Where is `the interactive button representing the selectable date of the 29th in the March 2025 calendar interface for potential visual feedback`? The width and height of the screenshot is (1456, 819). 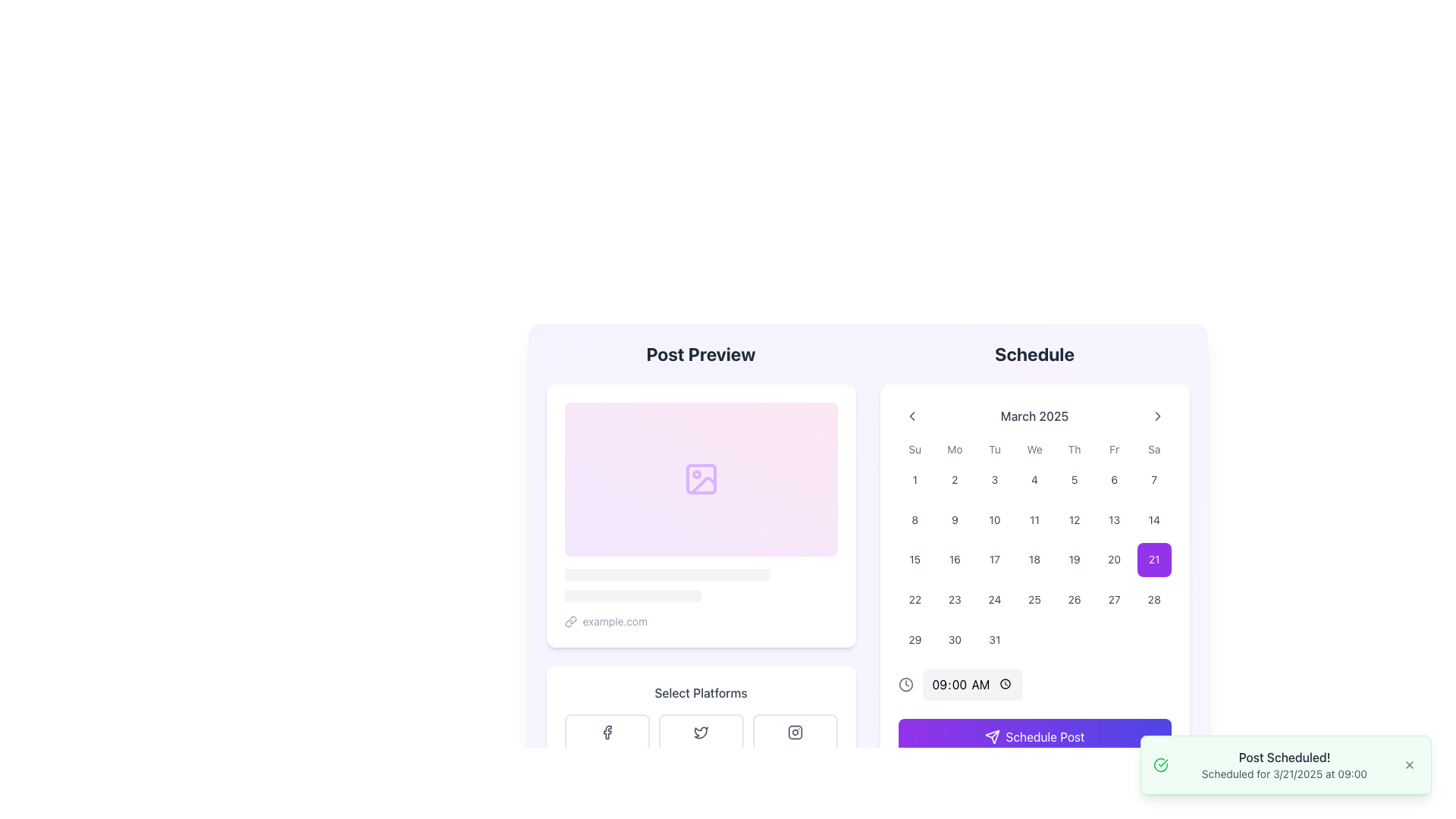
the interactive button representing the selectable date of the 29th in the March 2025 calendar interface for potential visual feedback is located at coordinates (914, 639).